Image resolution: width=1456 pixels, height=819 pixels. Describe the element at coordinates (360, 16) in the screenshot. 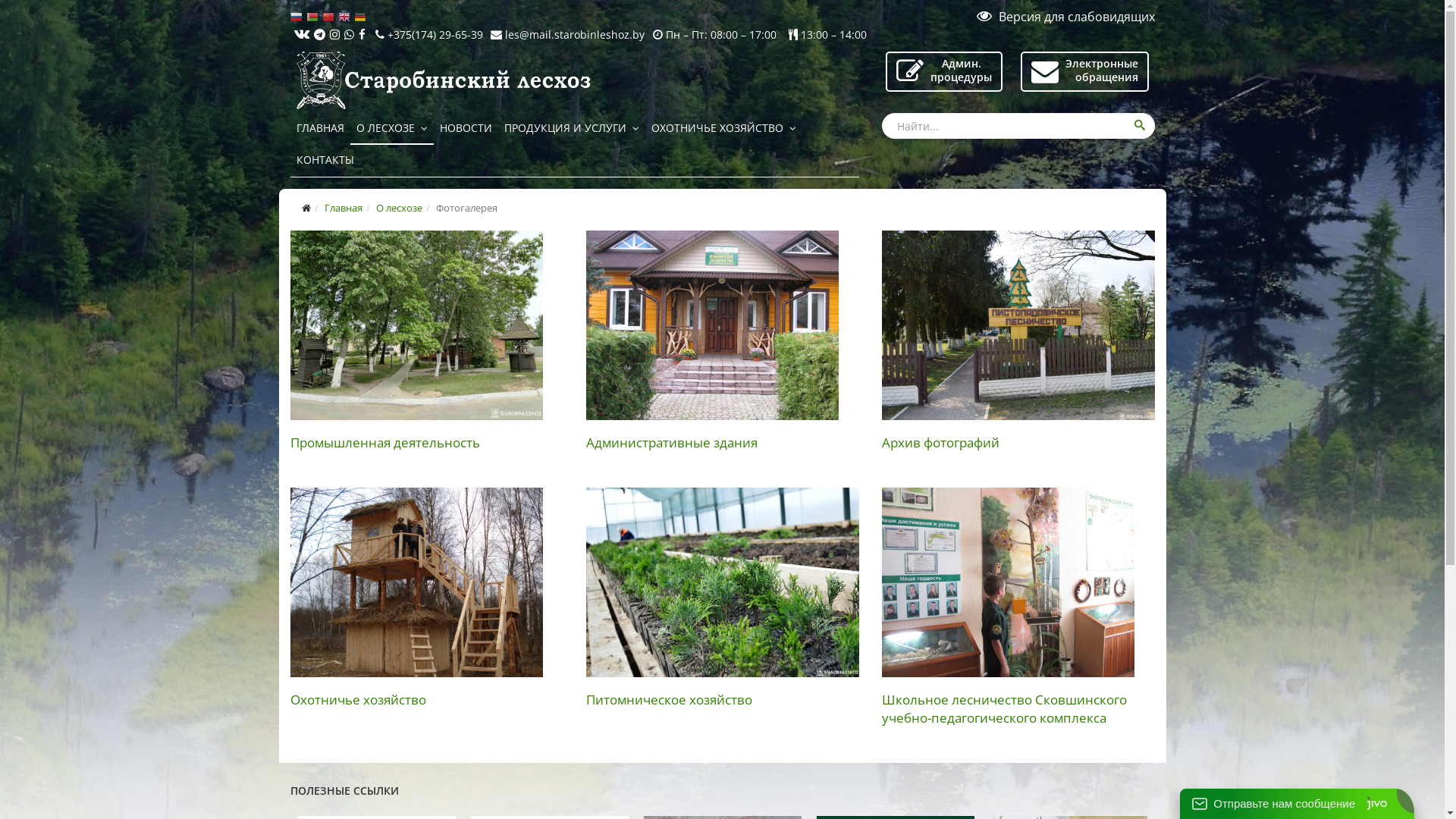

I see `'German'` at that location.